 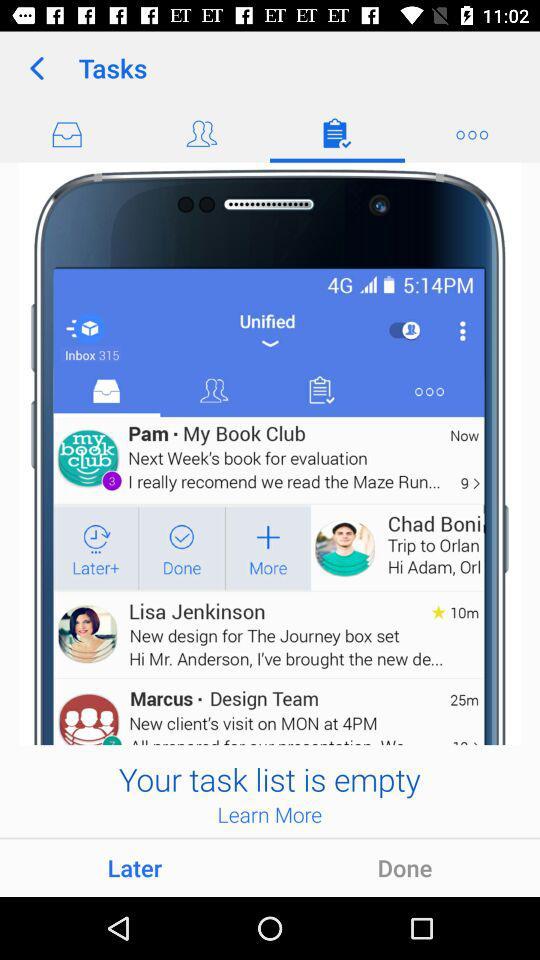 I want to click on the app below the your task list item, so click(x=269, y=814).